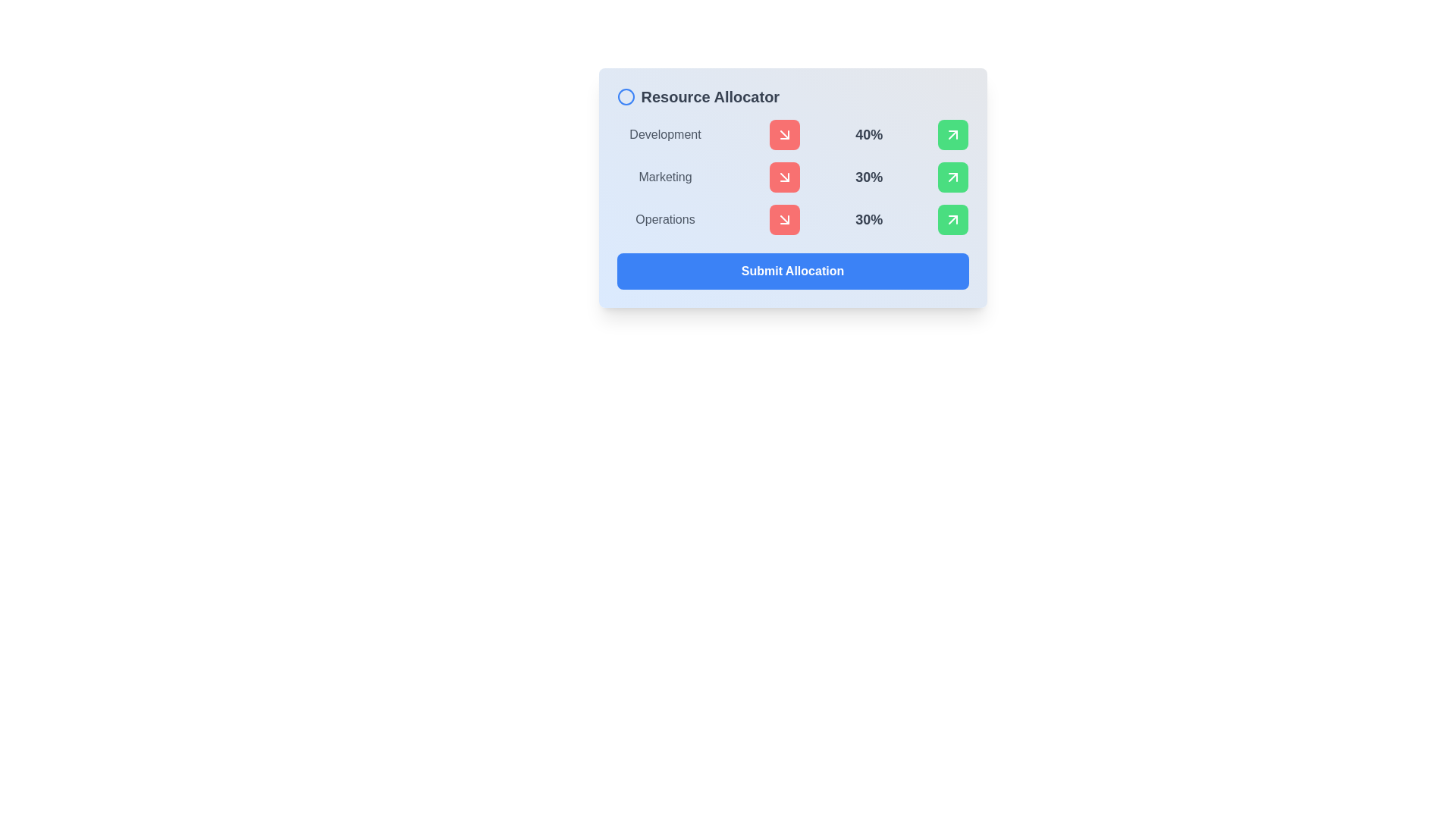 This screenshot has width=1456, height=819. Describe the element at coordinates (952, 219) in the screenshot. I see `the green circular Icon button with a white arrow pointing up and to the right, located in the bottom-right corner of the resource allocation panel, next to the '30%' value in the 'Operations' row` at that location.